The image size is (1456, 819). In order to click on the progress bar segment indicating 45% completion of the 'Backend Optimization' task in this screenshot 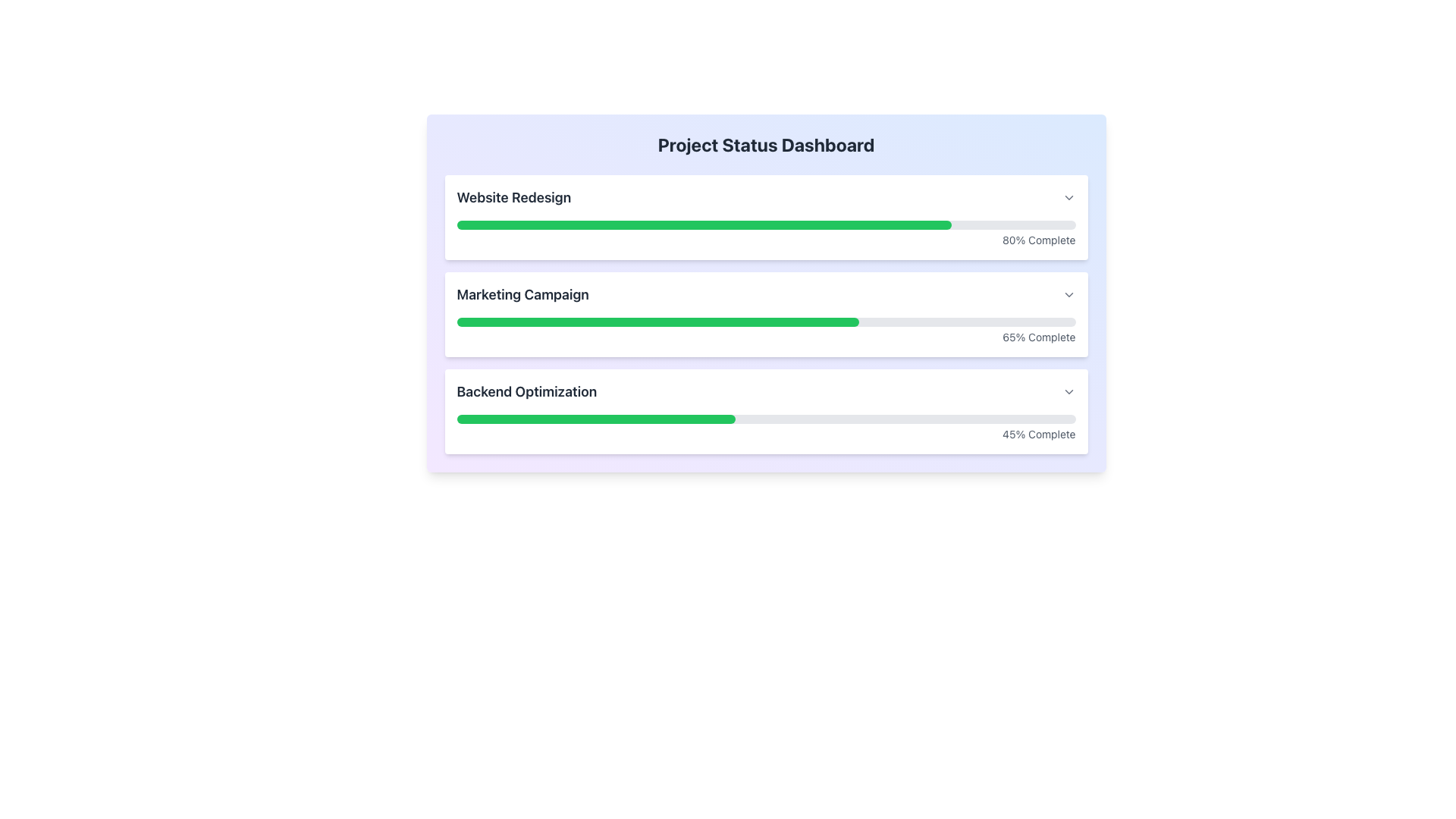, I will do `click(595, 419)`.